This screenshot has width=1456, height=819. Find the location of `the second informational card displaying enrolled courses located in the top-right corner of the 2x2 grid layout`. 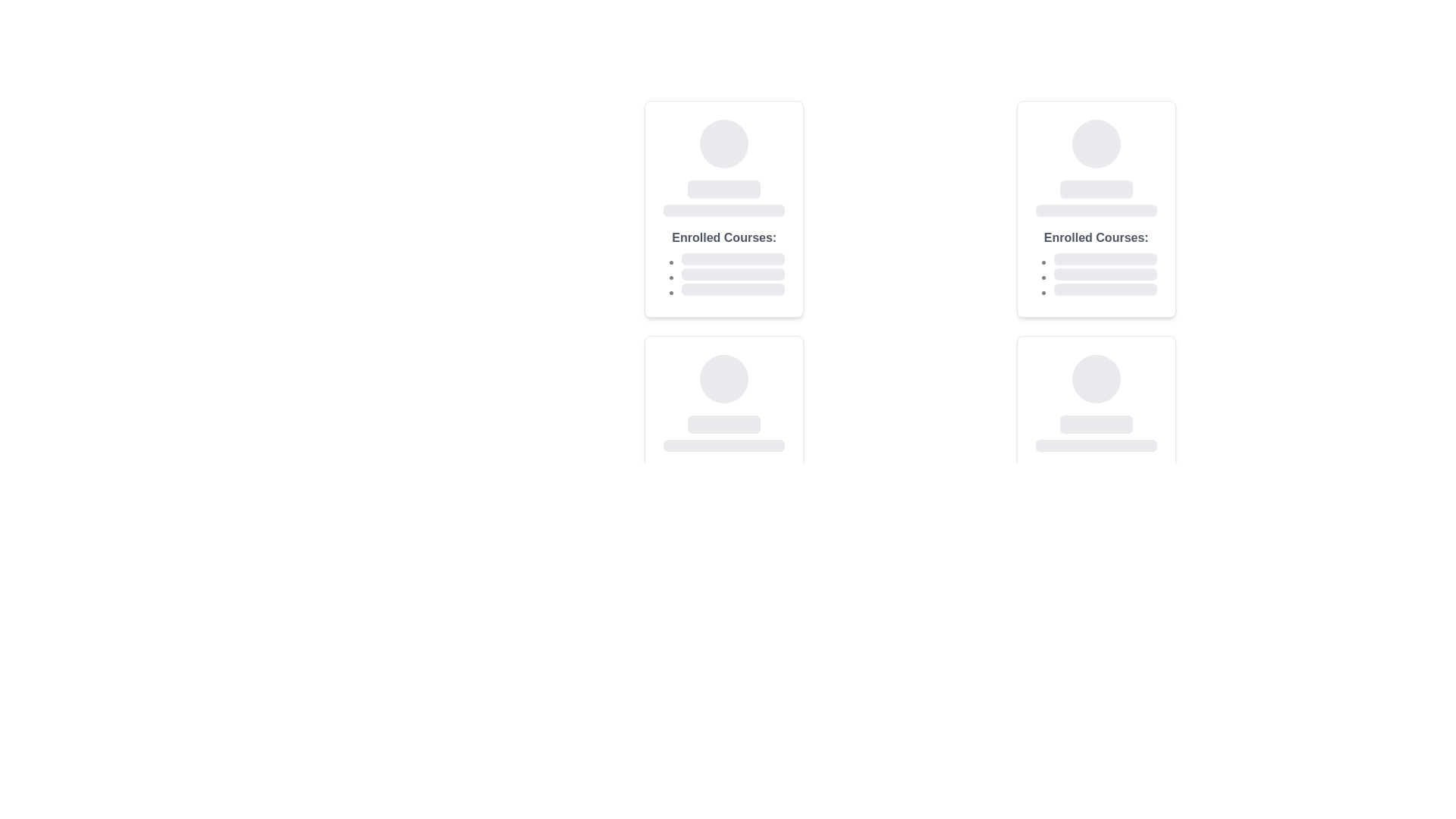

the second informational card displaying enrolled courses located in the top-right corner of the 2x2 grid layout is located at coordinates (1096, 209).